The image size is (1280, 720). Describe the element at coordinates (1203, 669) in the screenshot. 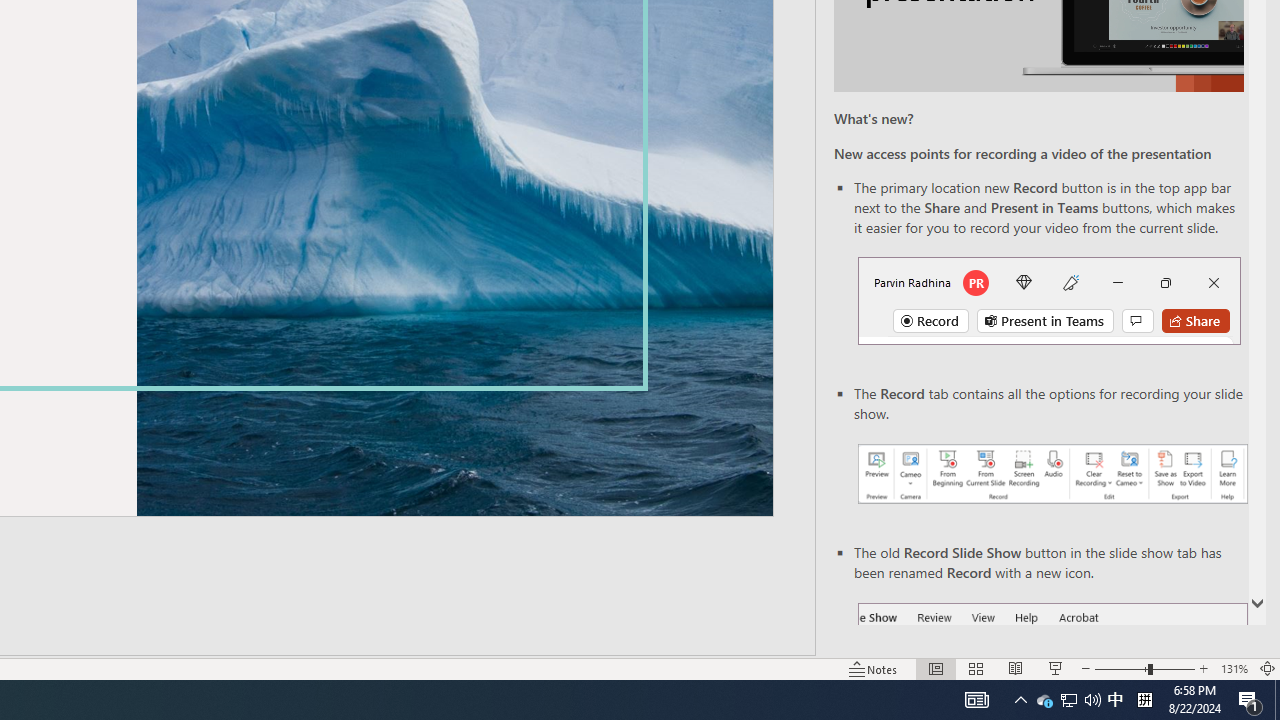

I see `'Zoom In'` at that location.